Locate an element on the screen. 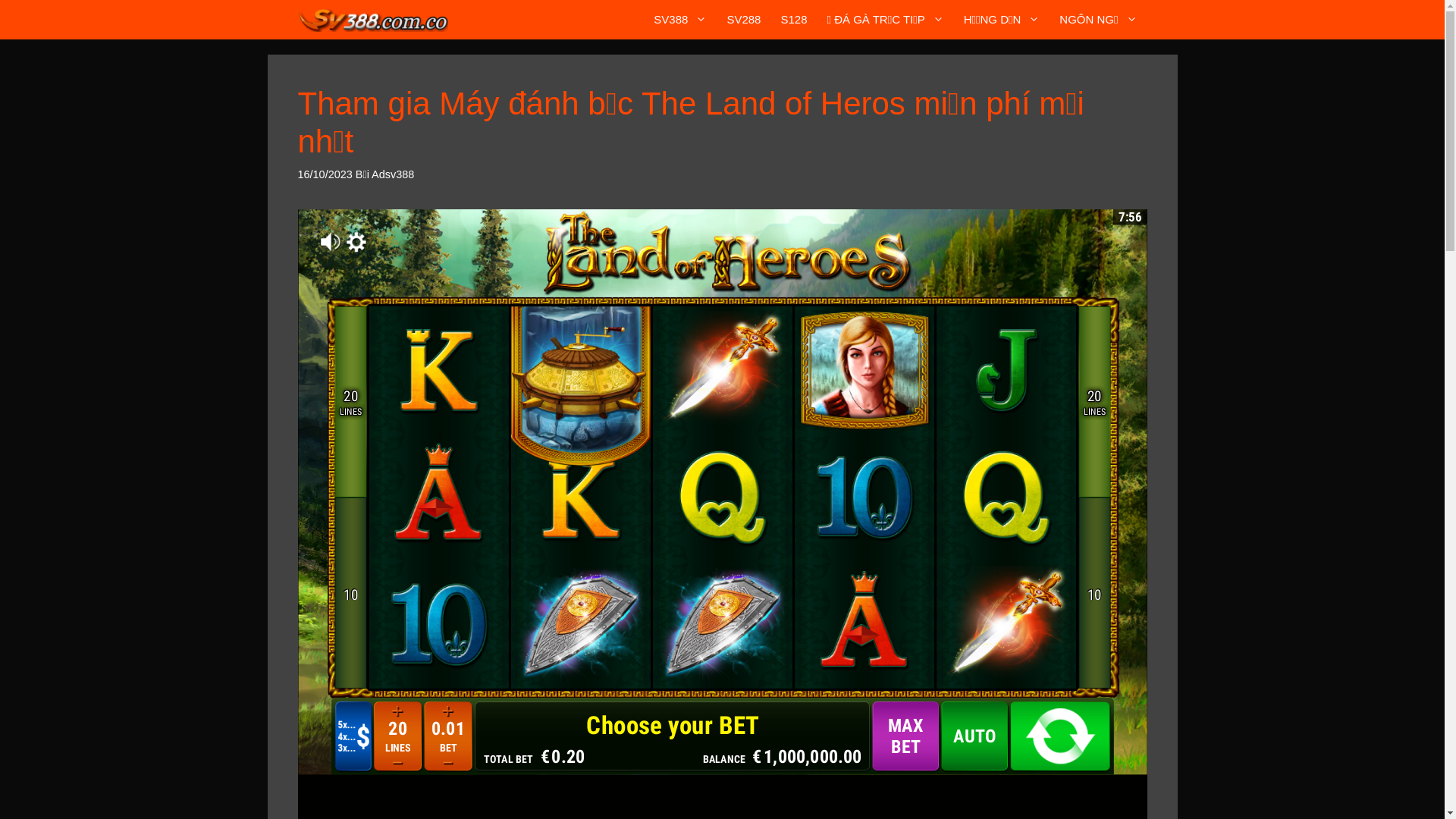  'SV388' is located at coordinates (679, 20).